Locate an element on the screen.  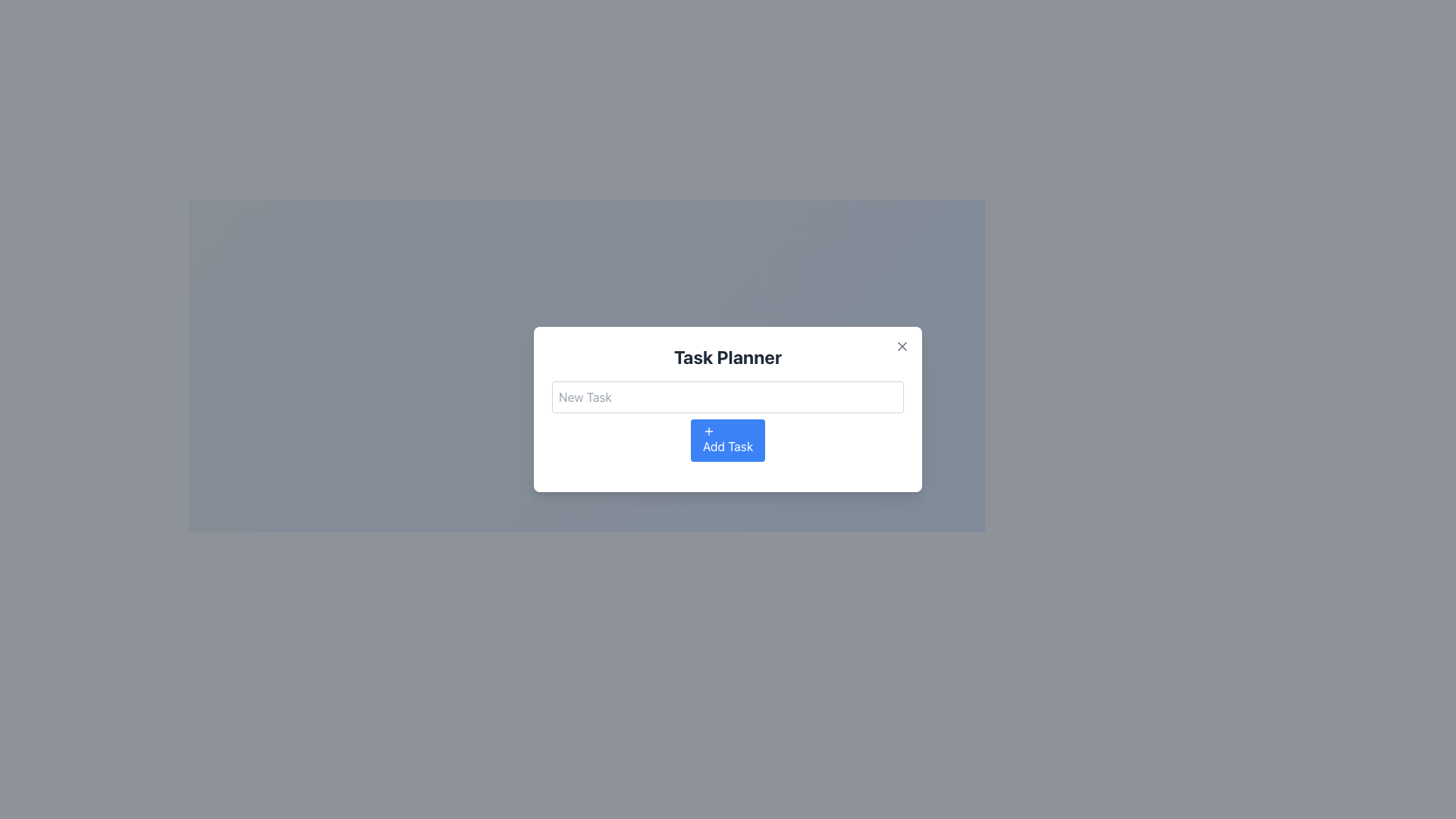
the button labeled 'Add Task' located below the 'New Task' input field is located at coordinates (728, 441).